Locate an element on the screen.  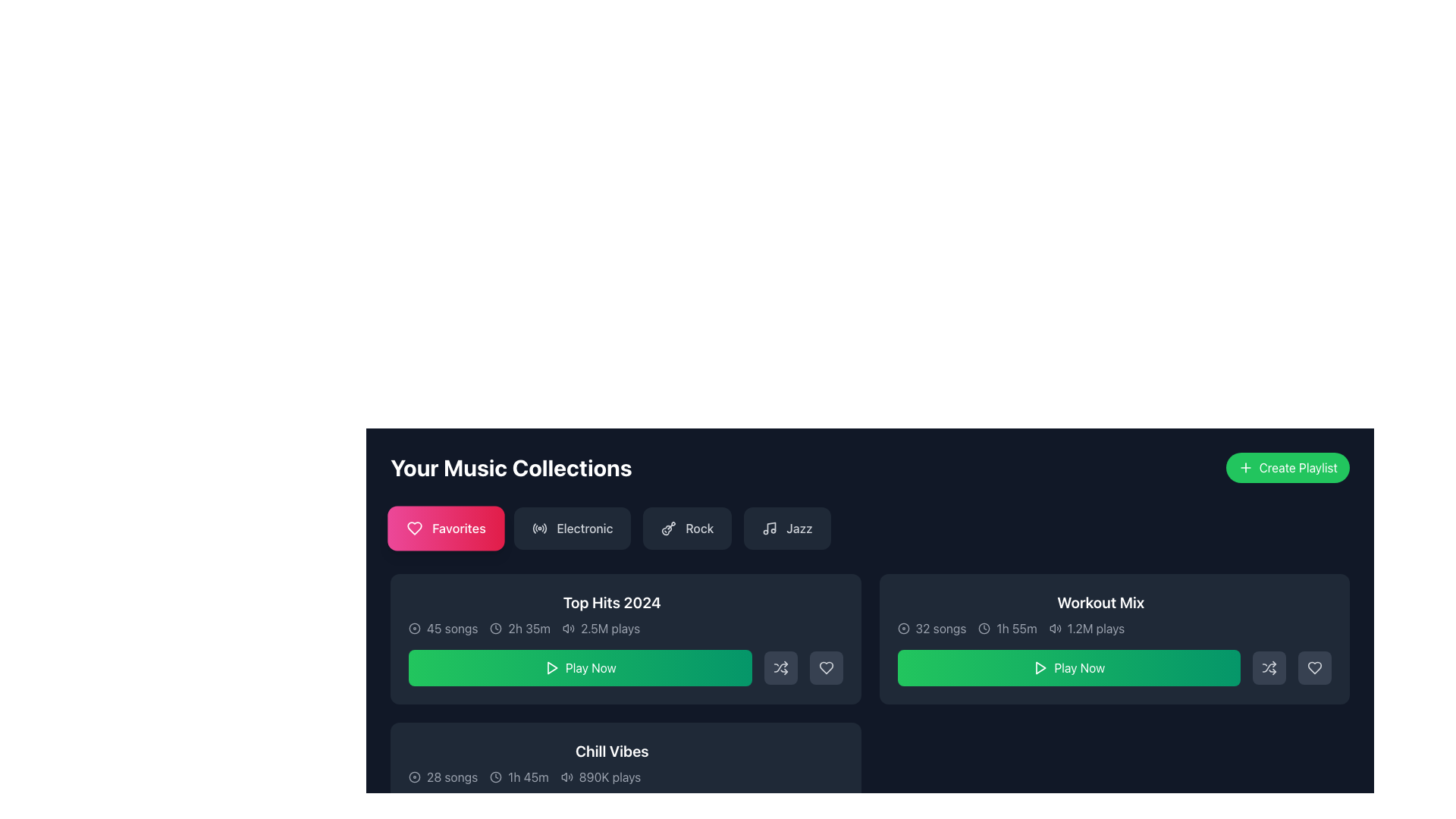
the textual information element displaying 'Top Hits 2024' located in the first card under 'Your Music Collections' to focus on it is located at coordinates (612, 614).